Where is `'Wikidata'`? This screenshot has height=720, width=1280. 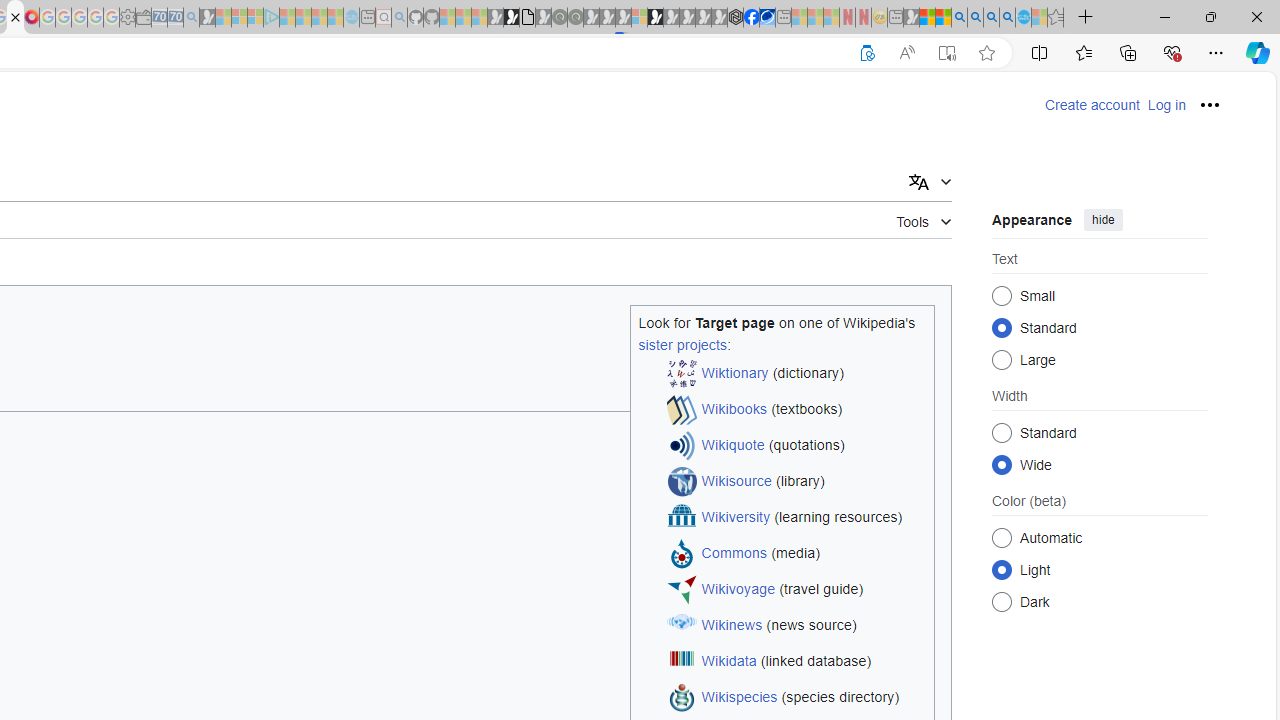
'Wikidata' is located at coordinates (727, 661).